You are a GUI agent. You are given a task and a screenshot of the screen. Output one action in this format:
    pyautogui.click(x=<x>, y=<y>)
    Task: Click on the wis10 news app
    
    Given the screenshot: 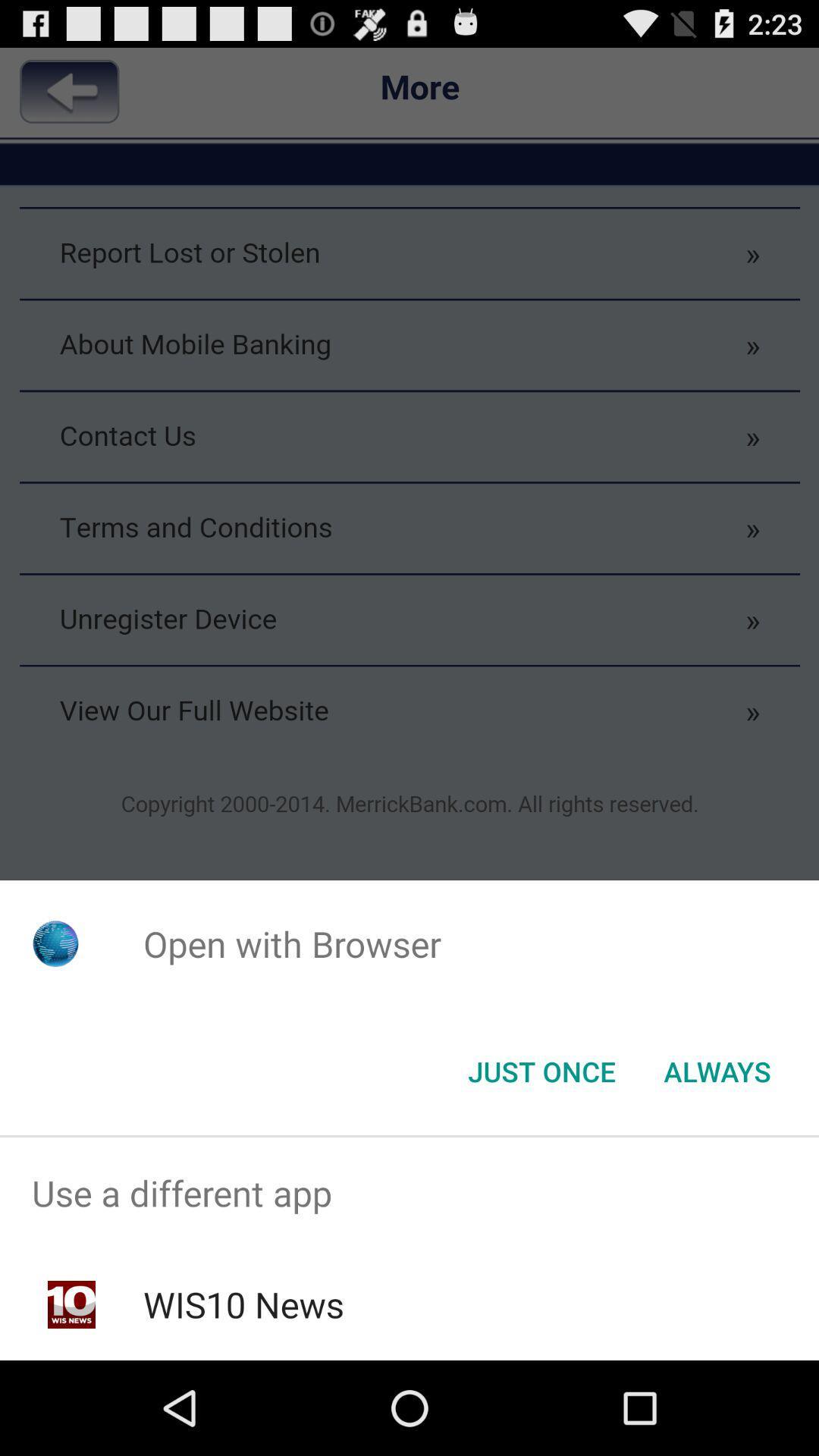 What is the action you would take?
    pyautogui.click(x=243, y=1304)
    